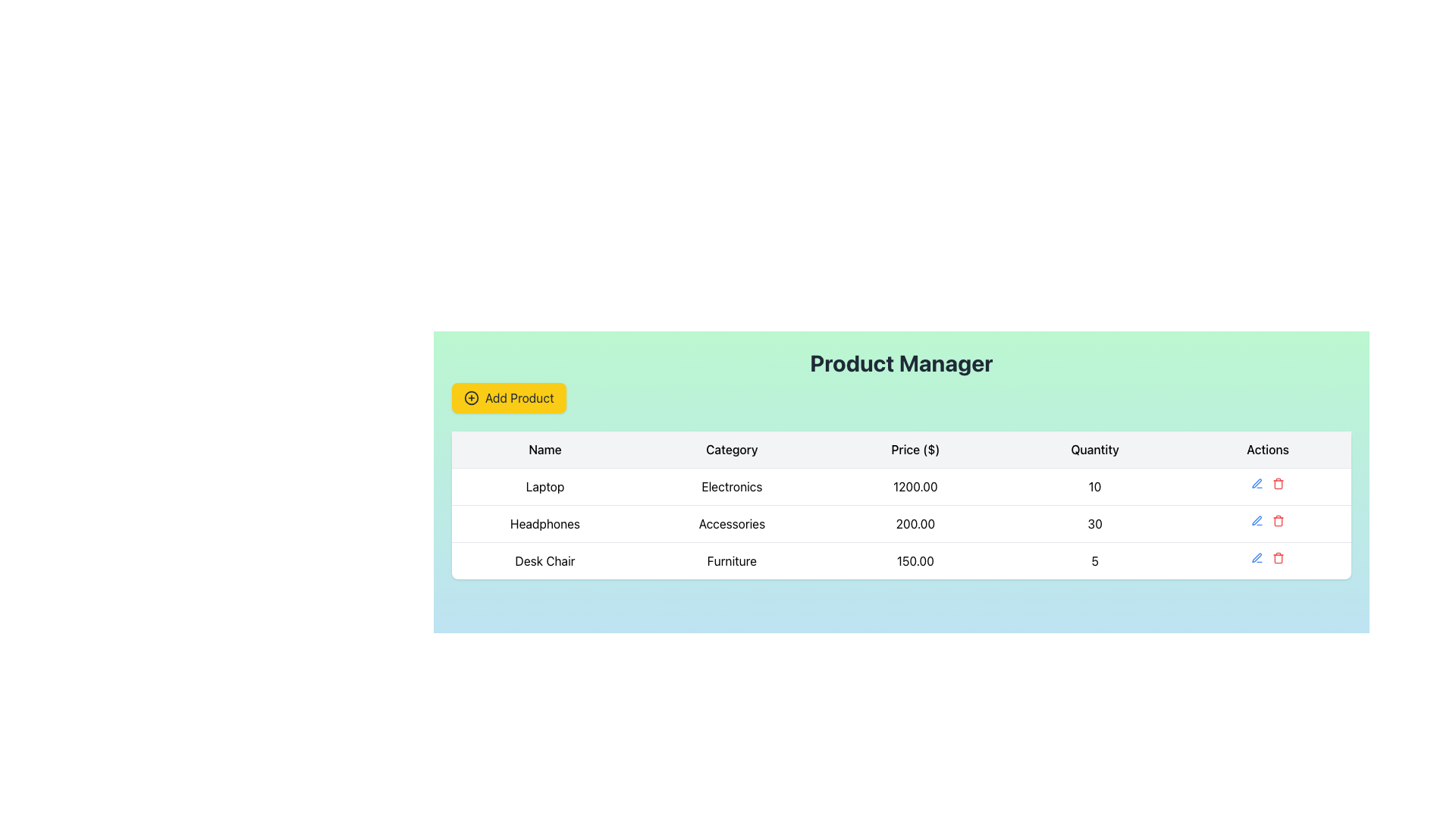 The height and width of the screenshot is (819, 1456). I want to click on the interactive button in the 'Actions' column of the second row labeled 'Headphones' to observe its state change, so click(1257, 519).